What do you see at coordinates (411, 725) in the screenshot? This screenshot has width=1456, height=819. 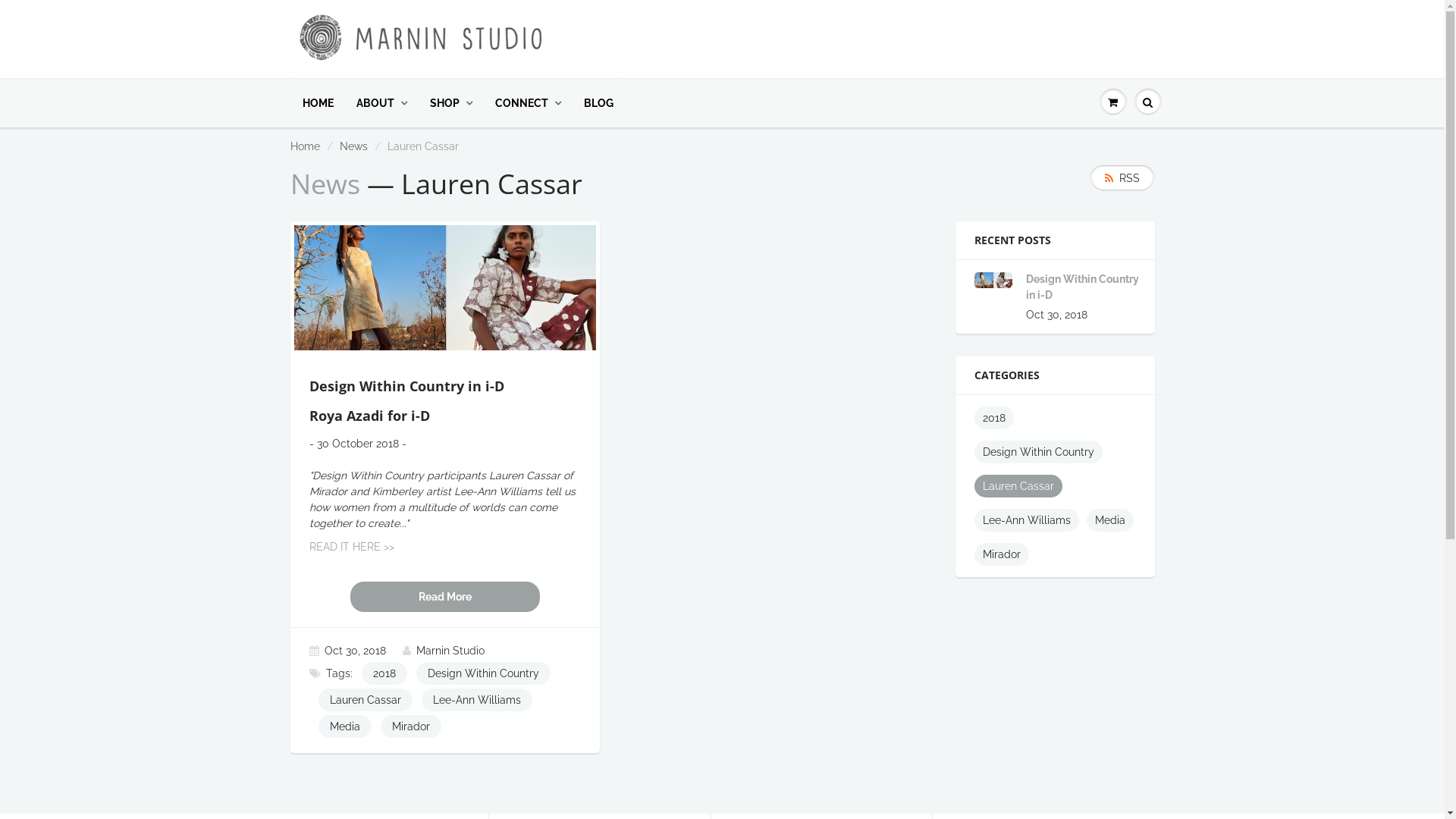 I see `'Mirador'` at bounding box center [411, 725].